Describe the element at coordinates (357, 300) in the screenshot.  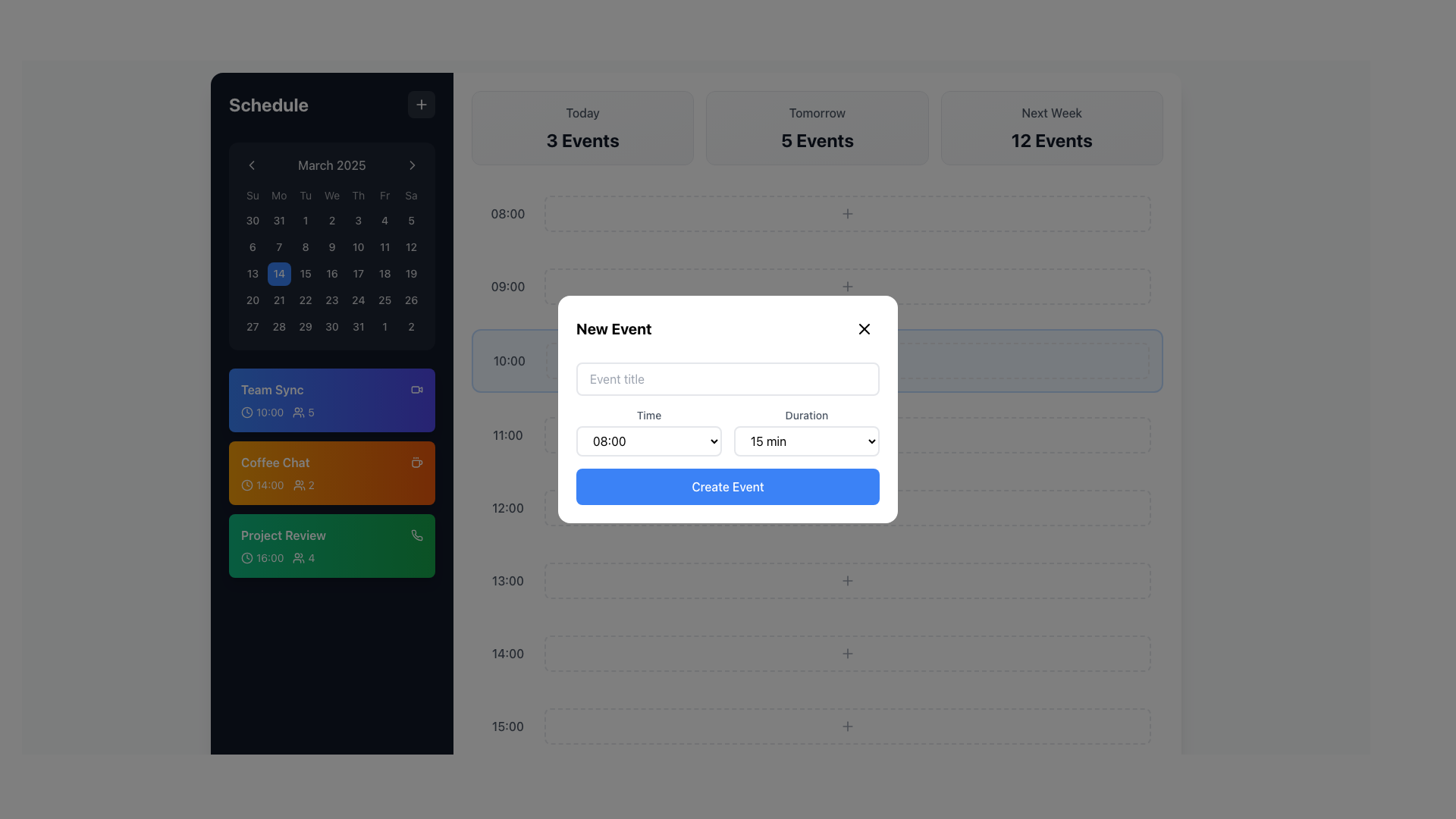
I see `the clickable date block representing the 24th of March 2025, located in the fourth row and fifth column of the calendar grid` at that location.